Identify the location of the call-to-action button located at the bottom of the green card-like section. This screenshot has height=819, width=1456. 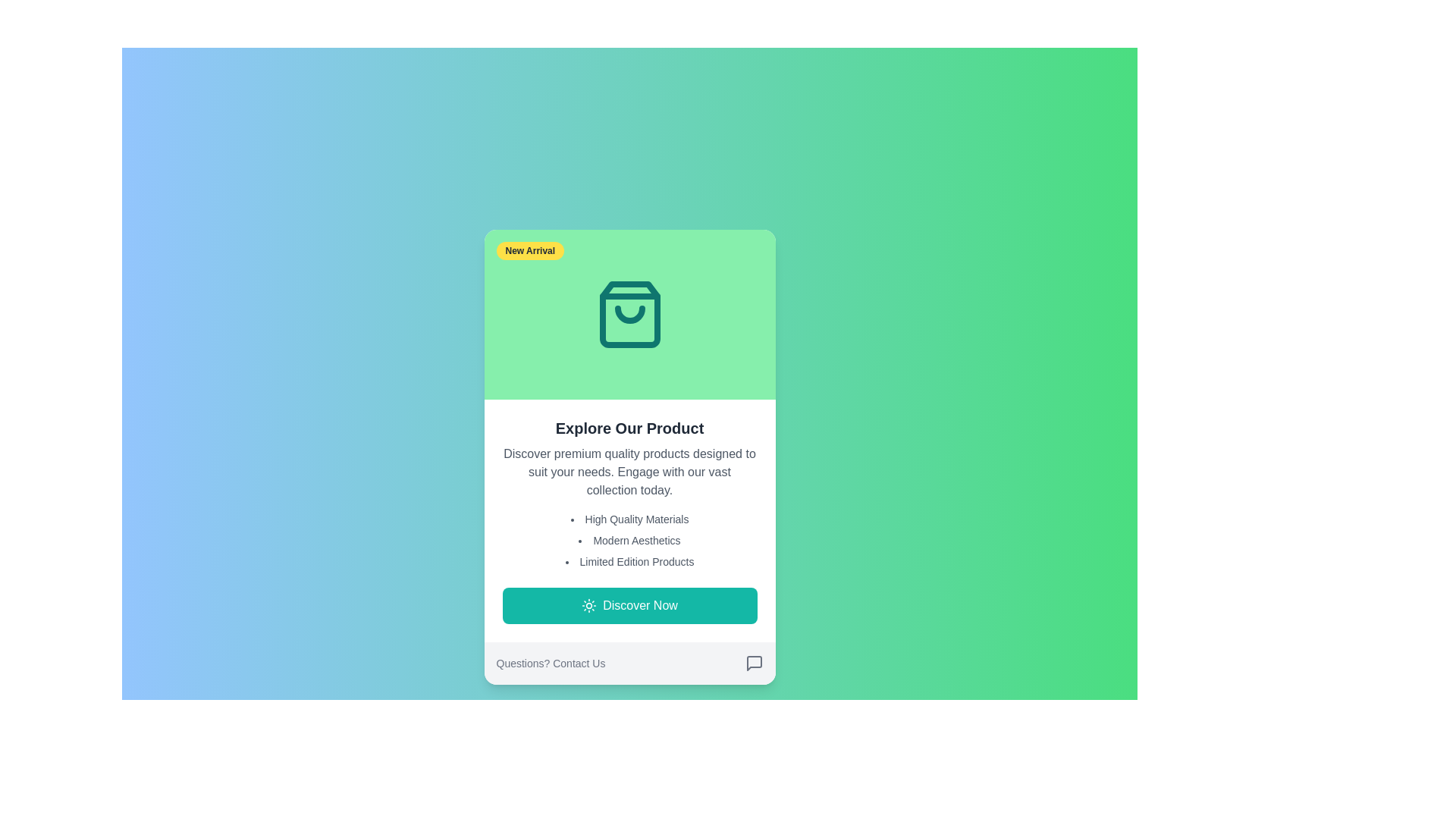
(629, 604).